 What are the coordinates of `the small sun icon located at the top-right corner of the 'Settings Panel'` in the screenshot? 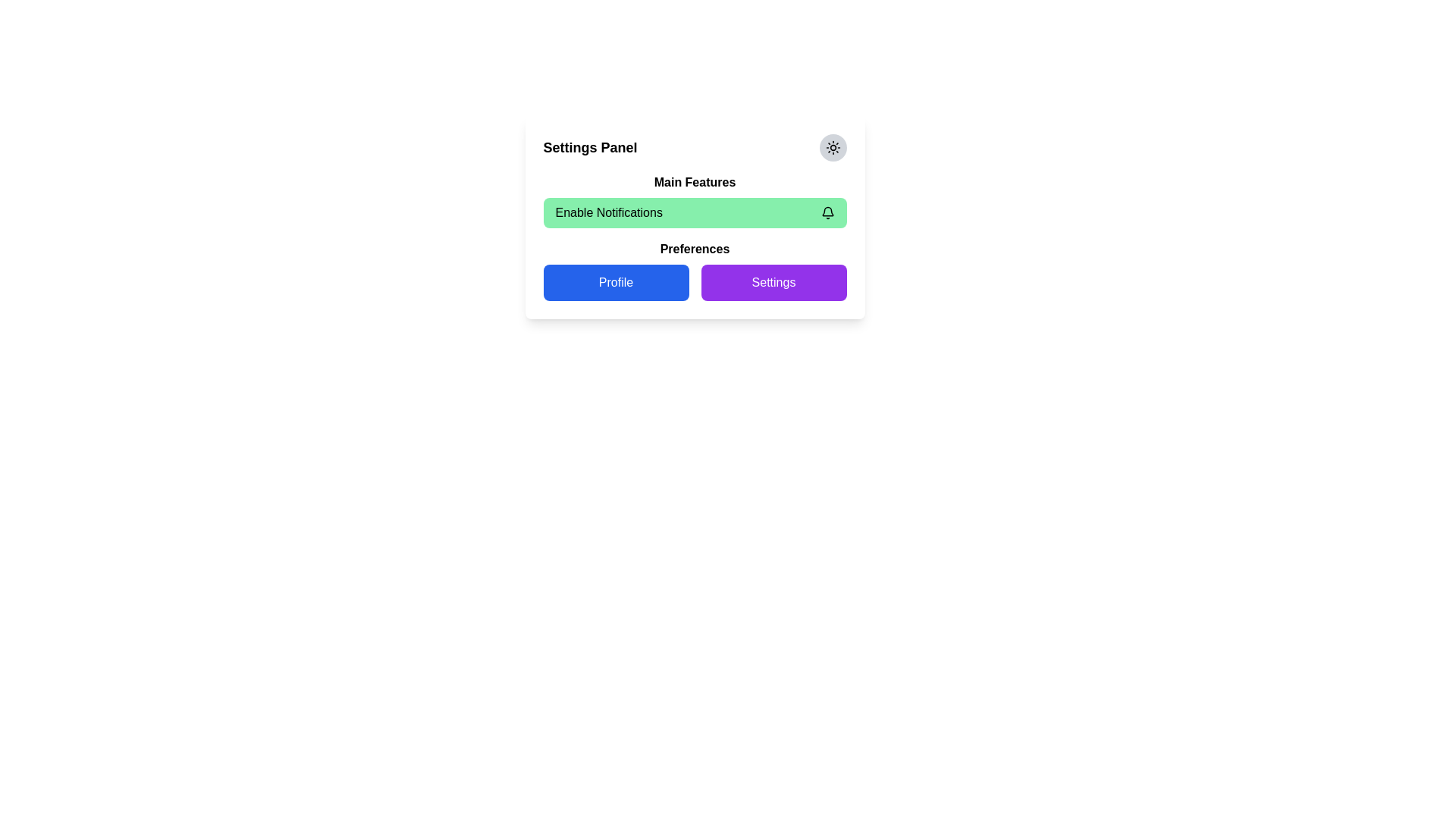 It's located at (832, 148).